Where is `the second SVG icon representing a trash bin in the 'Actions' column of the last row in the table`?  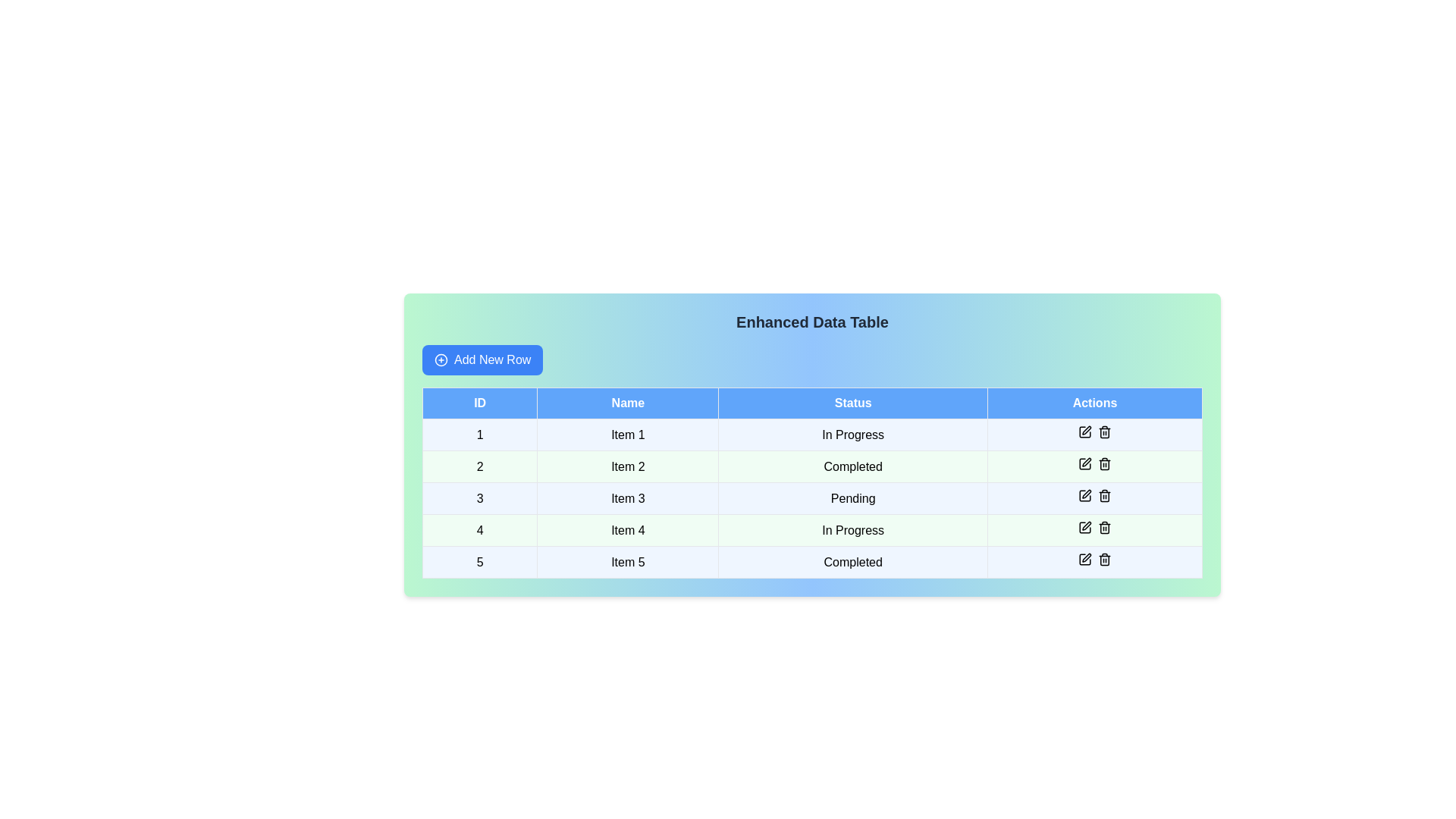
the second SVG icon representing a trash bin in the 'Actions' column of the last row in the table is located at coordinates (1104, 560).